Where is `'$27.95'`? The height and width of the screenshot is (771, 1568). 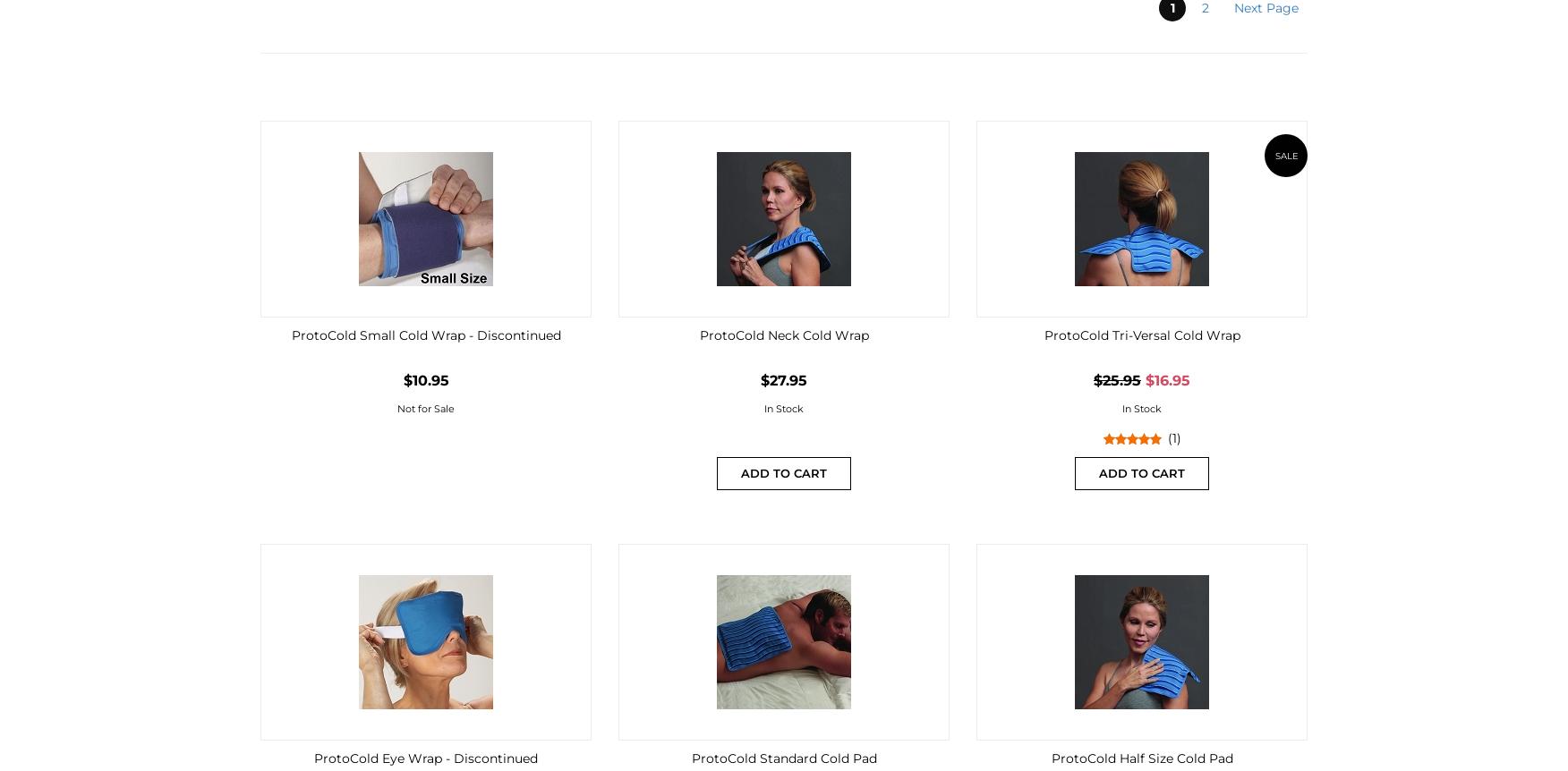
'$27.95' is located at coordinates (784, 379).